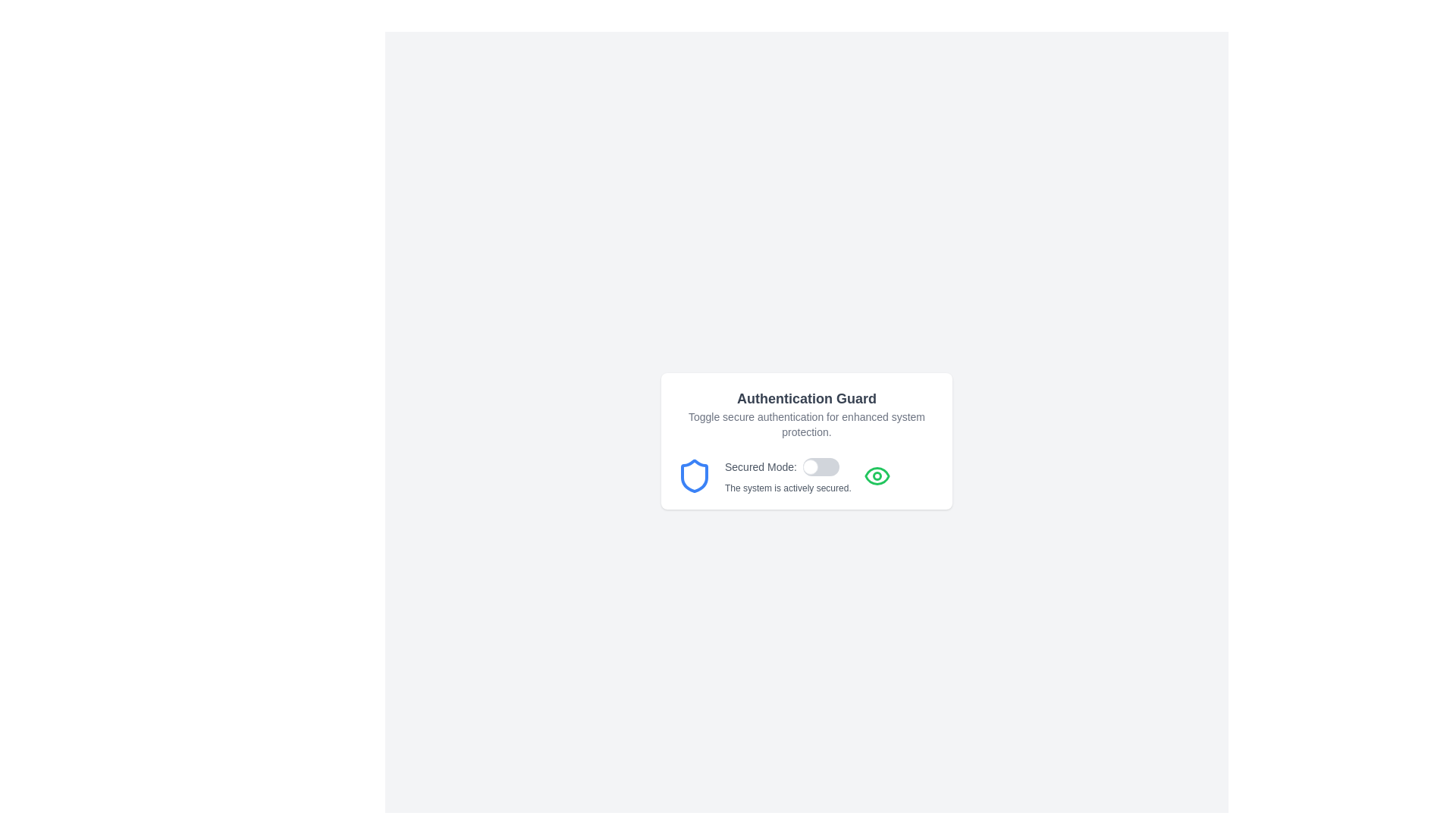  Describe the element at coordinates (877, 475) in the screenshot. I see `the SVG circle element that symbolizes visibility within the eye icon, located to the right of the toggle switch in the 'Secured Mode' interface` at that location.